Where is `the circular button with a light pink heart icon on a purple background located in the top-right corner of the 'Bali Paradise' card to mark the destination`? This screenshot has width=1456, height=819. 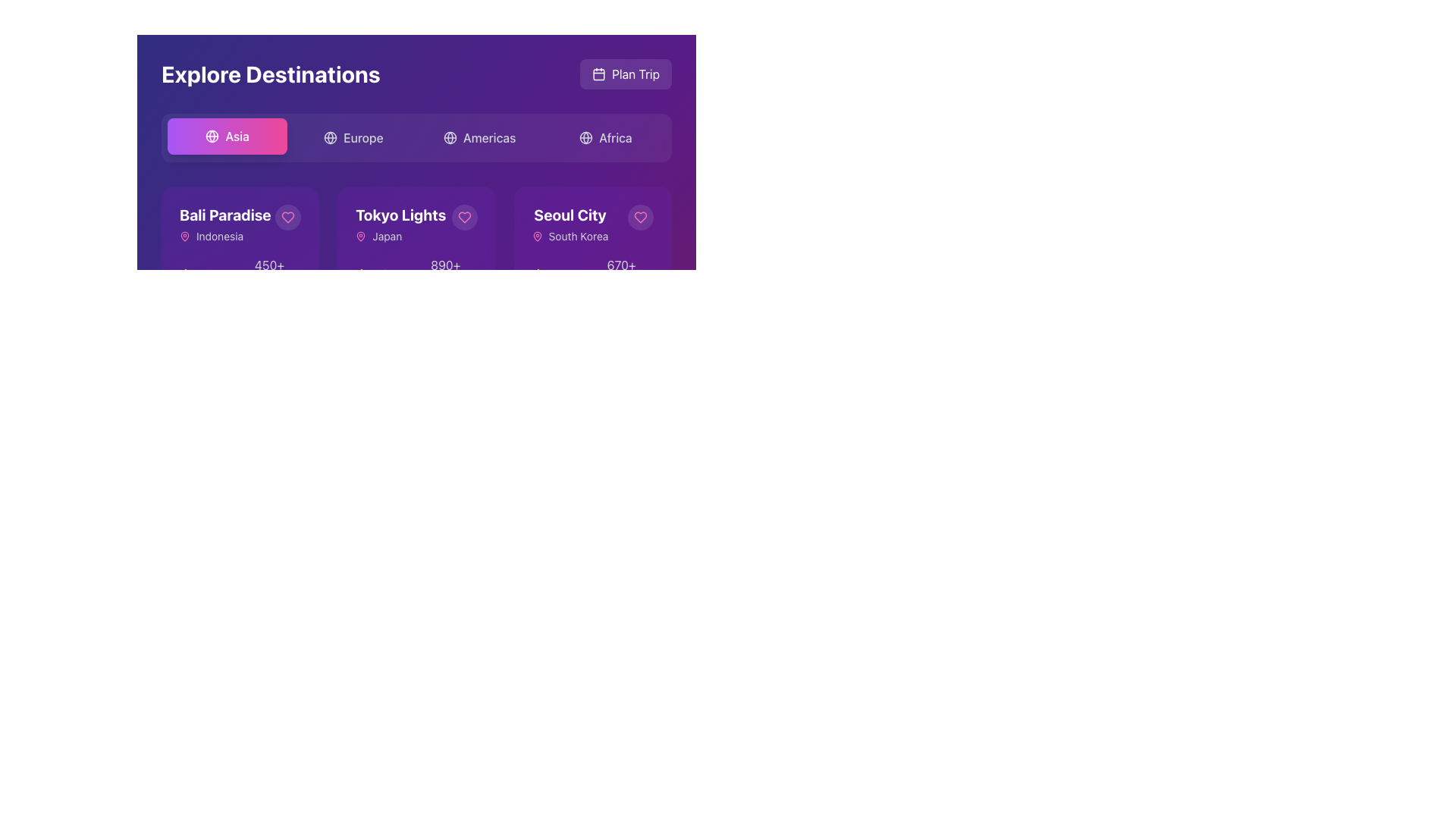
the circular button with a light pink heart icon on a purple background located in the top-right corner of the 'Bali Paradise' card to mark the destination is located at coordinates (288, 217).